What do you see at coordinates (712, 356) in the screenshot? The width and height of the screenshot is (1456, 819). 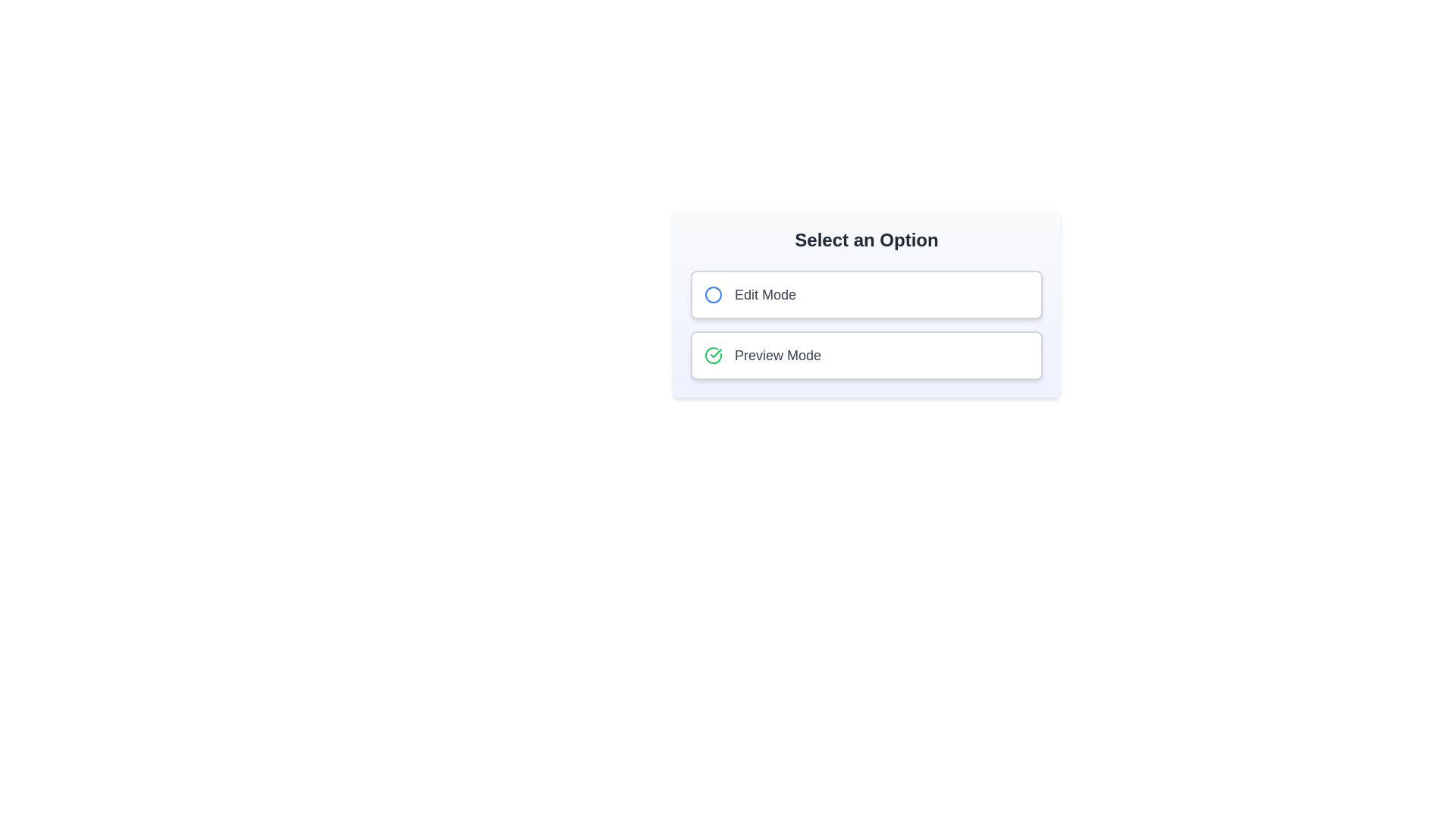 I see `the circular green checkmark icon located to the left of the 'Preview Mode' text label, which serves as a confirmation indicator` at bounding box center [712, 356].